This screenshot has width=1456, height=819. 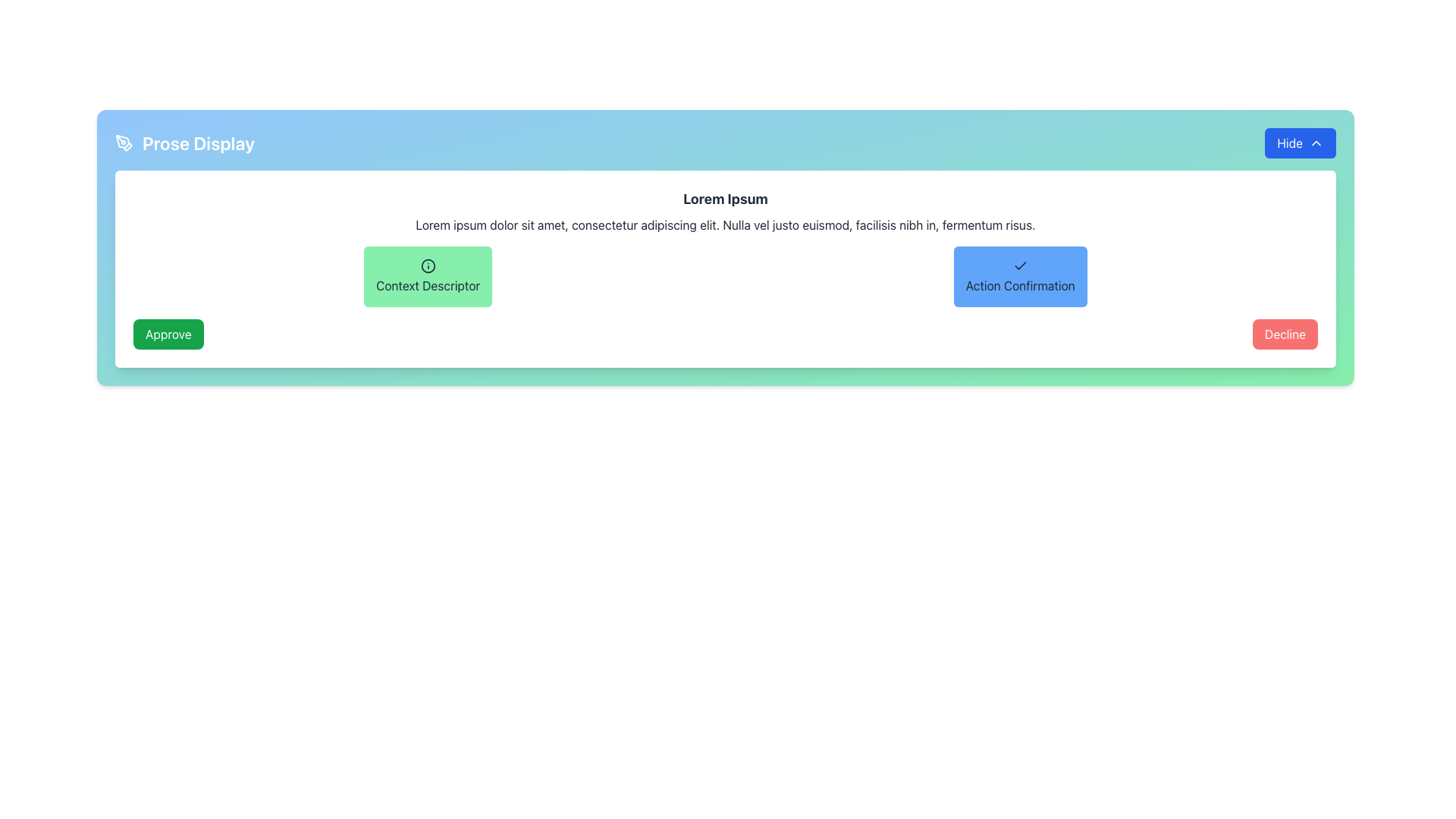 What do you see at coordinates (427, 265) in the screenshot?
I see `the circular icon with an outlined border and an information symbol ('i') inside, located in the 'Context Descriptor' section near the middle of the display interface` at bounding box center [427, 265].